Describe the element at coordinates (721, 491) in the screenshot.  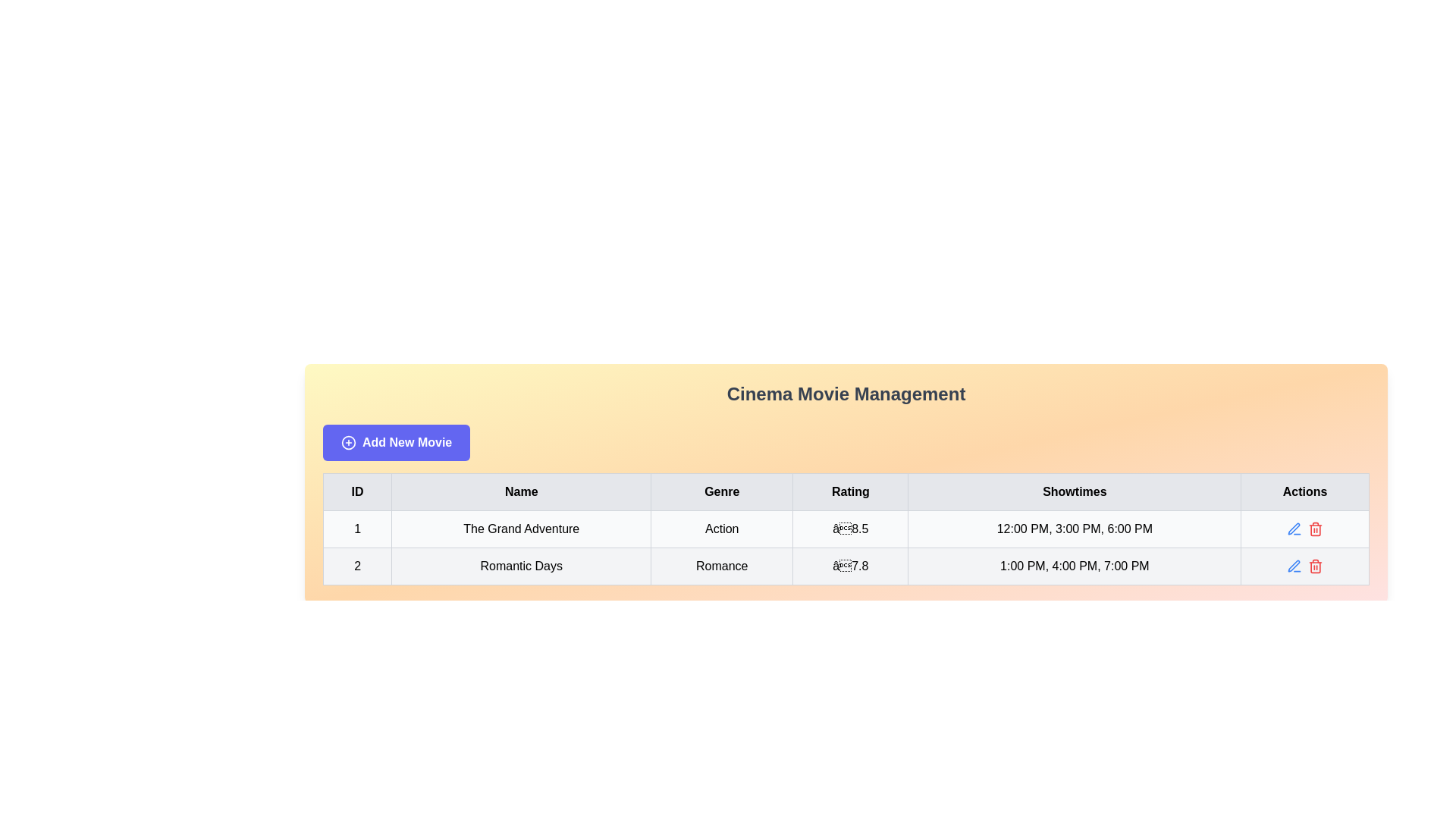
I see `the 'Genre' table header cell` at that location.